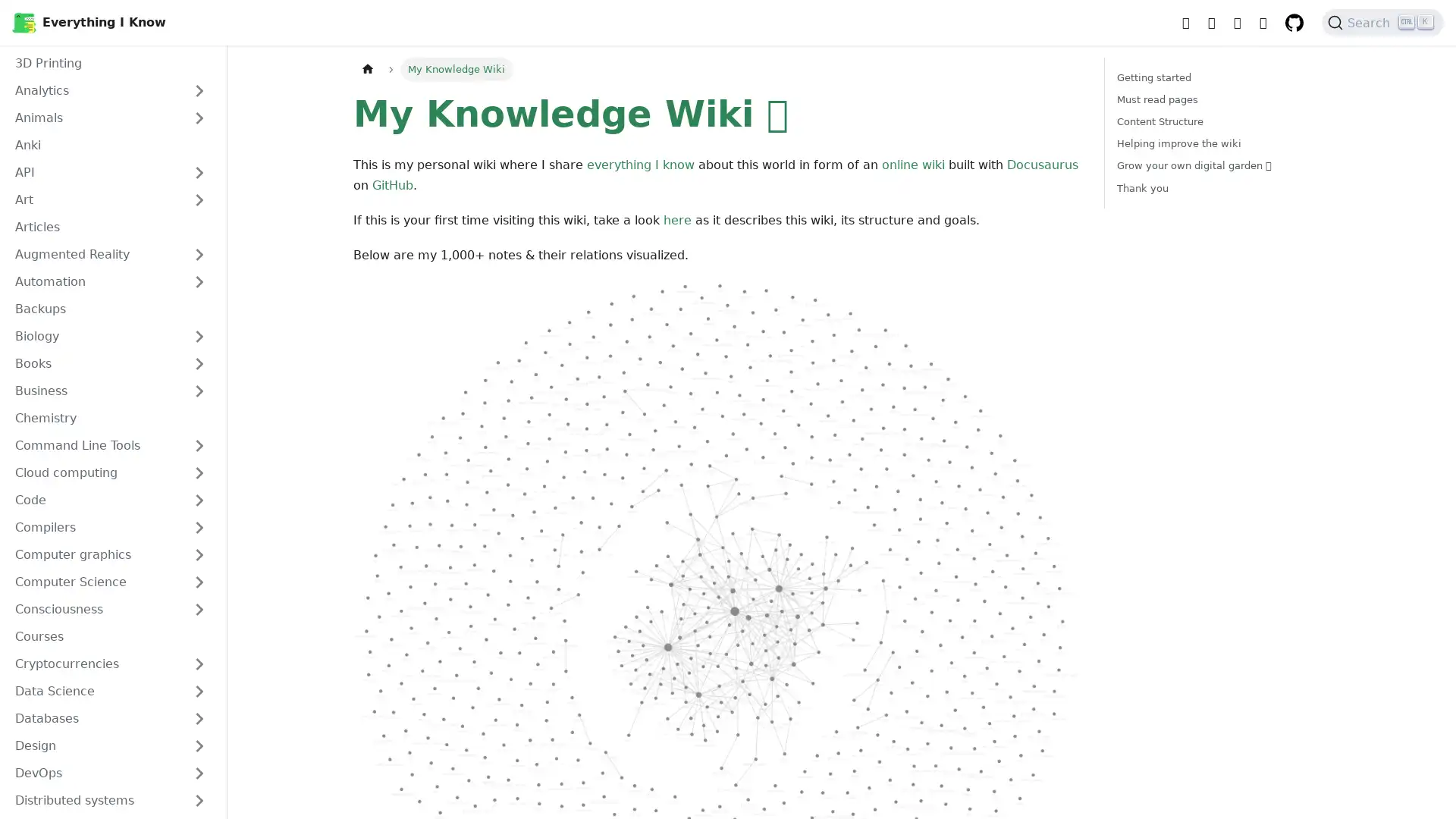  What do you see at coordinates (199, 500) in the screenshot?
I see `Toggle the collapsible sidebar category 'Code'` at bounding box center [199, 500].